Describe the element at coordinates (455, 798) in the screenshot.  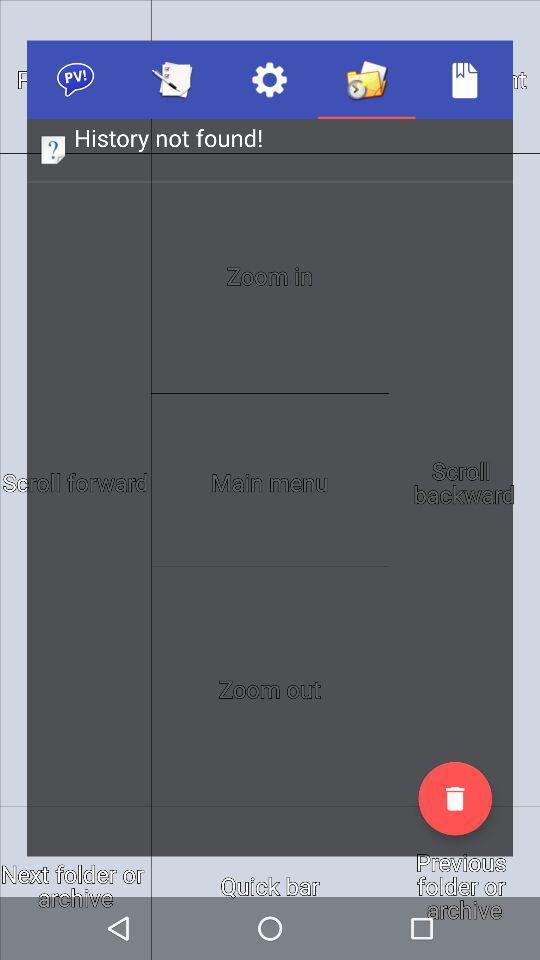
I see `the delete icon` at that location.